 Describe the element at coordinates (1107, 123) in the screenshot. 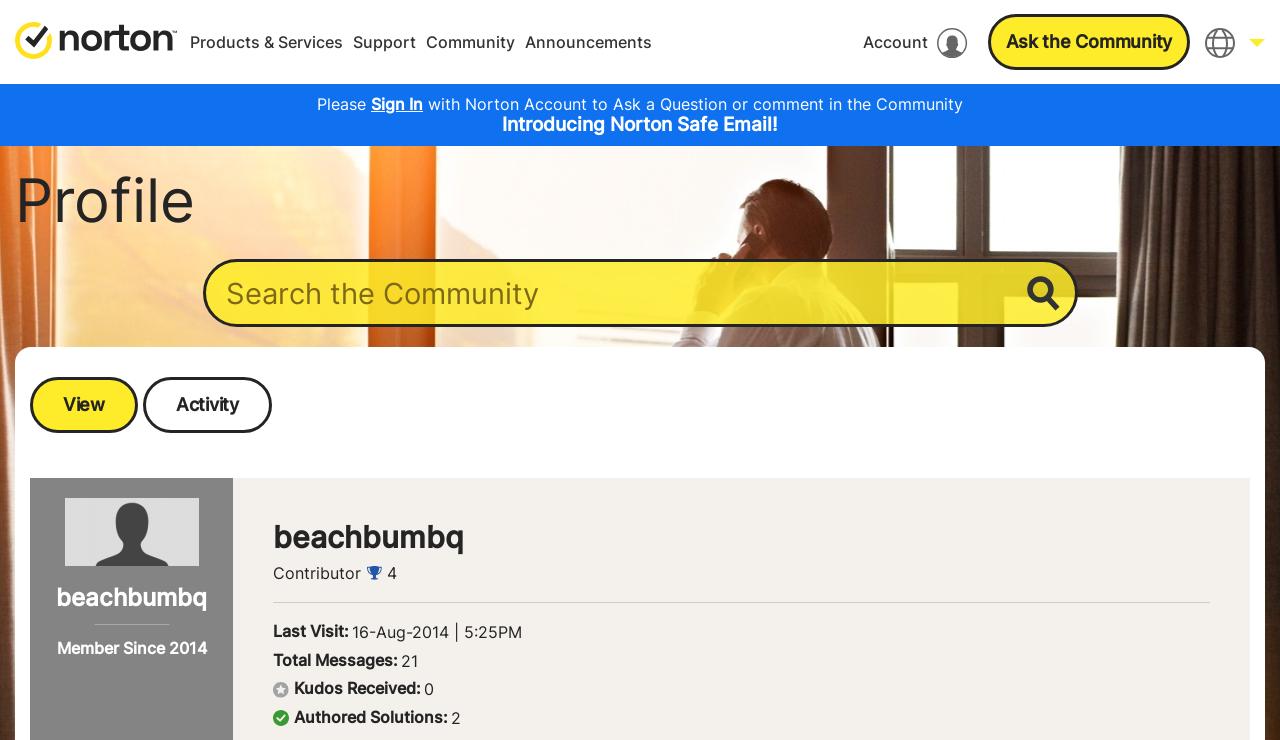

I see `'English'` at that location.